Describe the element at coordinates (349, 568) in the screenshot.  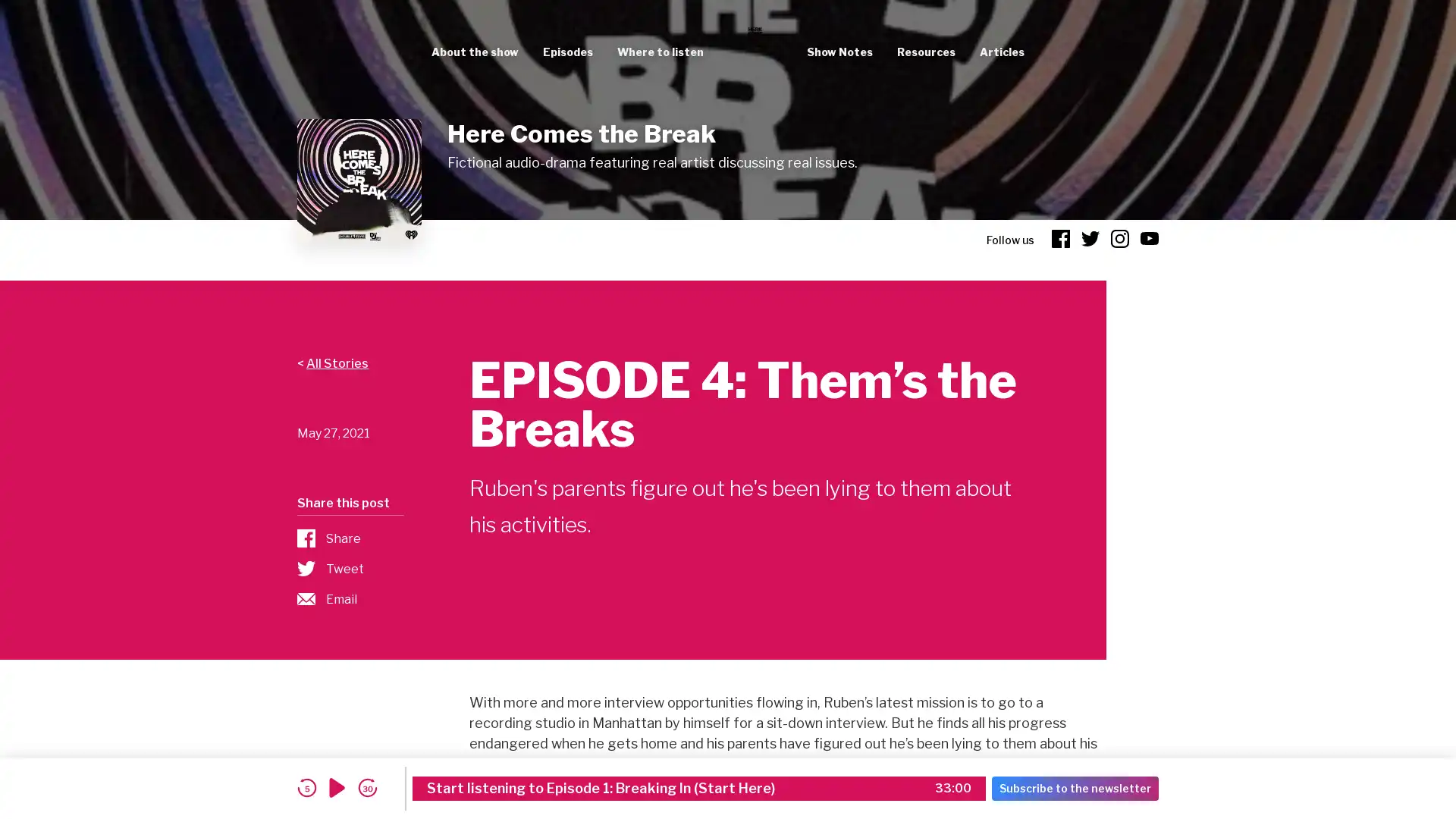
I see `Twitter Tweet` at that location.